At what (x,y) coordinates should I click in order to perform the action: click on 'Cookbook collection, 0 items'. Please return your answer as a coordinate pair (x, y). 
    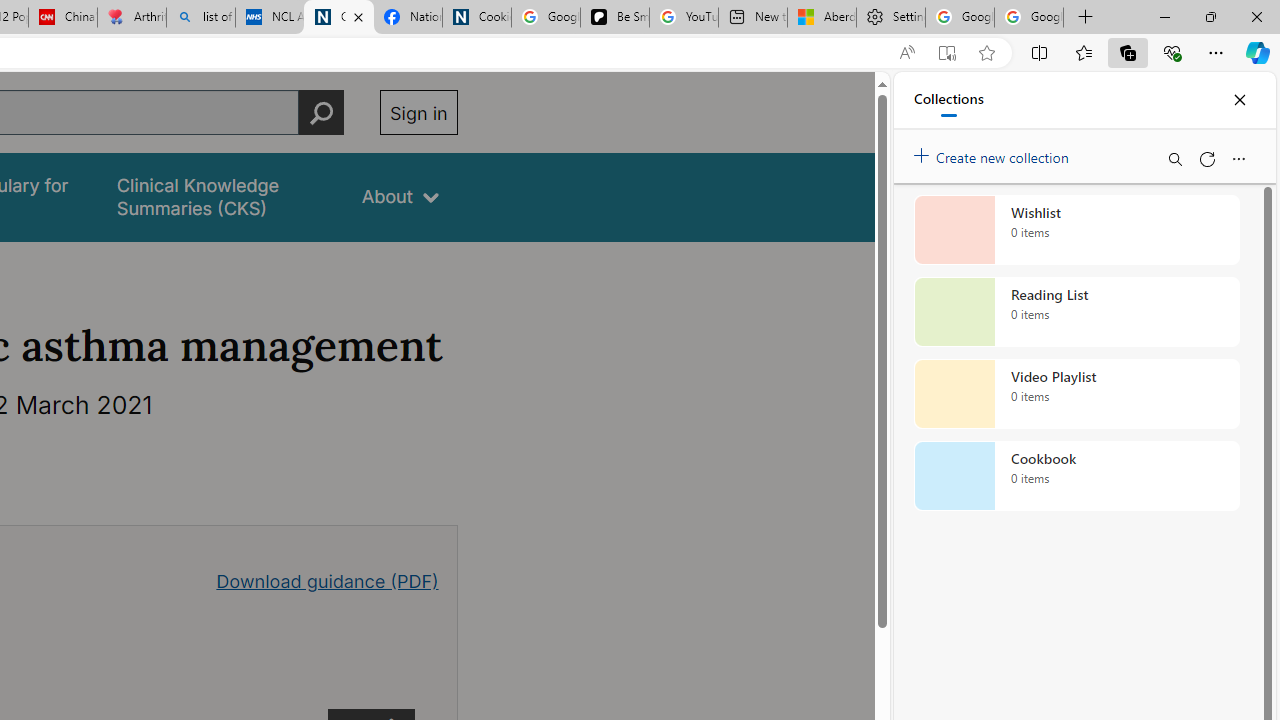
    Looking at the image, I should click on (1076, 475).